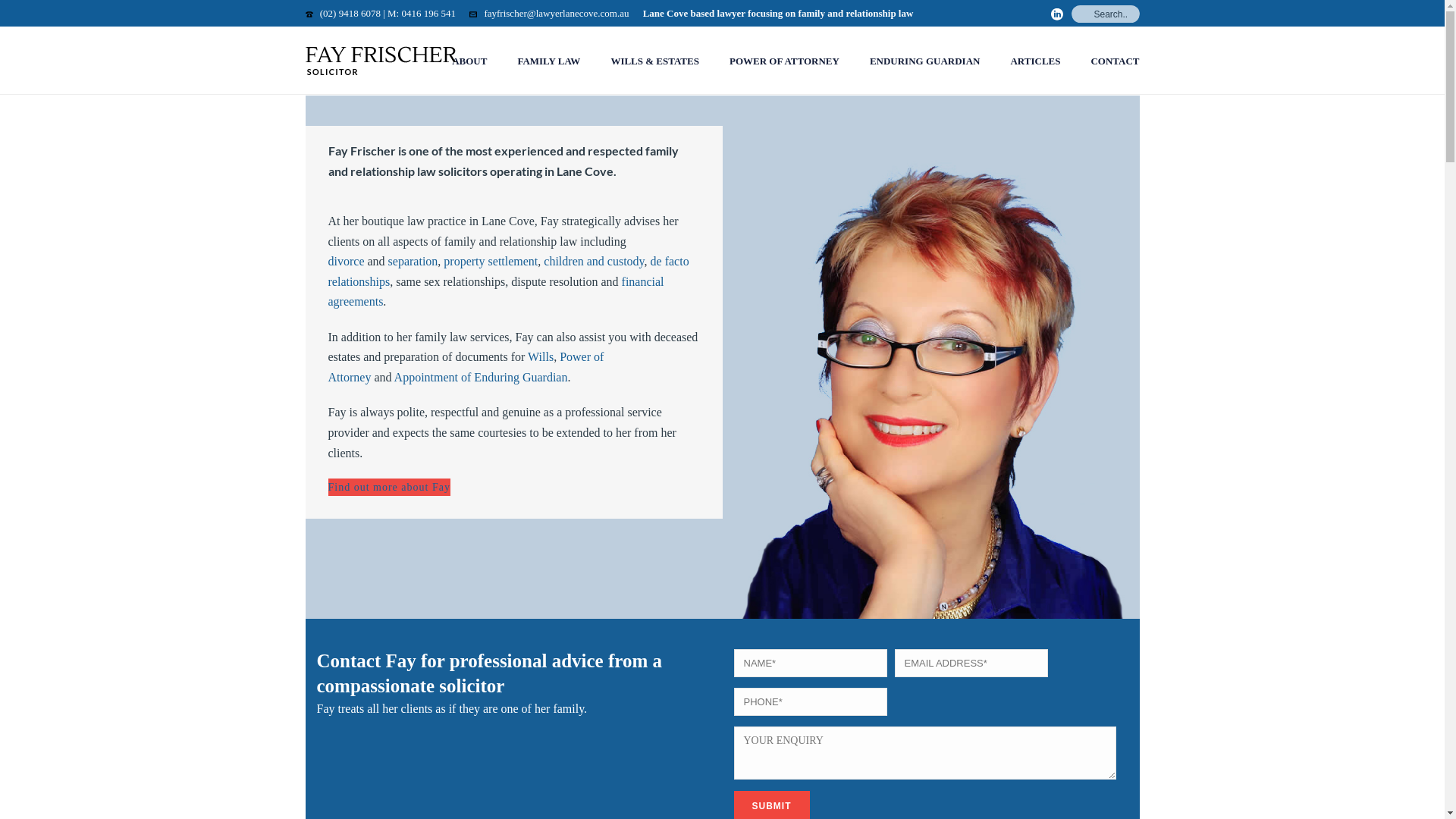 The height and width of the screenshot is (819, 1456). I want to click on 'POWER OF ATTORNEY', so click(784, 61).